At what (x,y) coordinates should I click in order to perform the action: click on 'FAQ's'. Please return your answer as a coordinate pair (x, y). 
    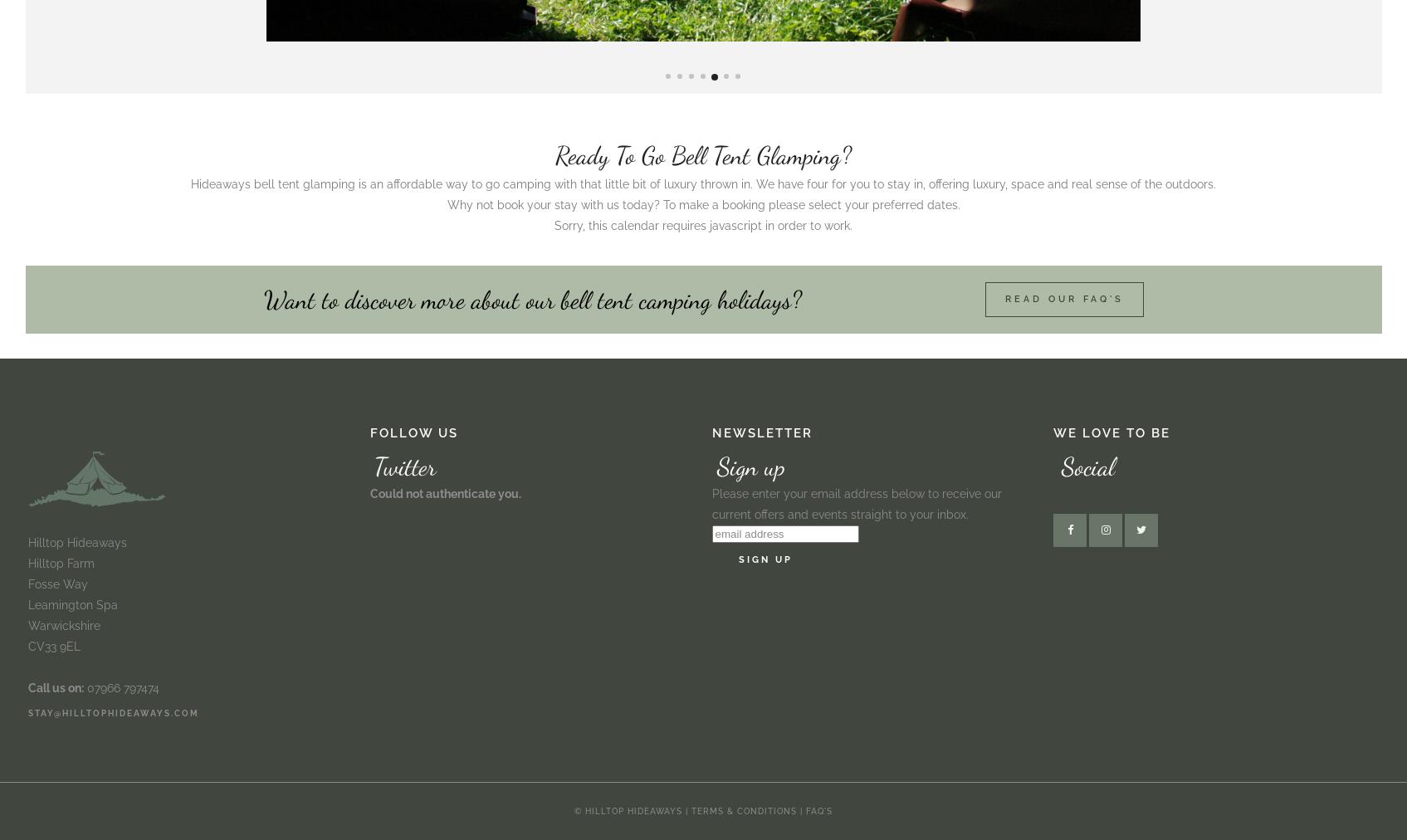
    Looking at the image, I should click on (818, 811).